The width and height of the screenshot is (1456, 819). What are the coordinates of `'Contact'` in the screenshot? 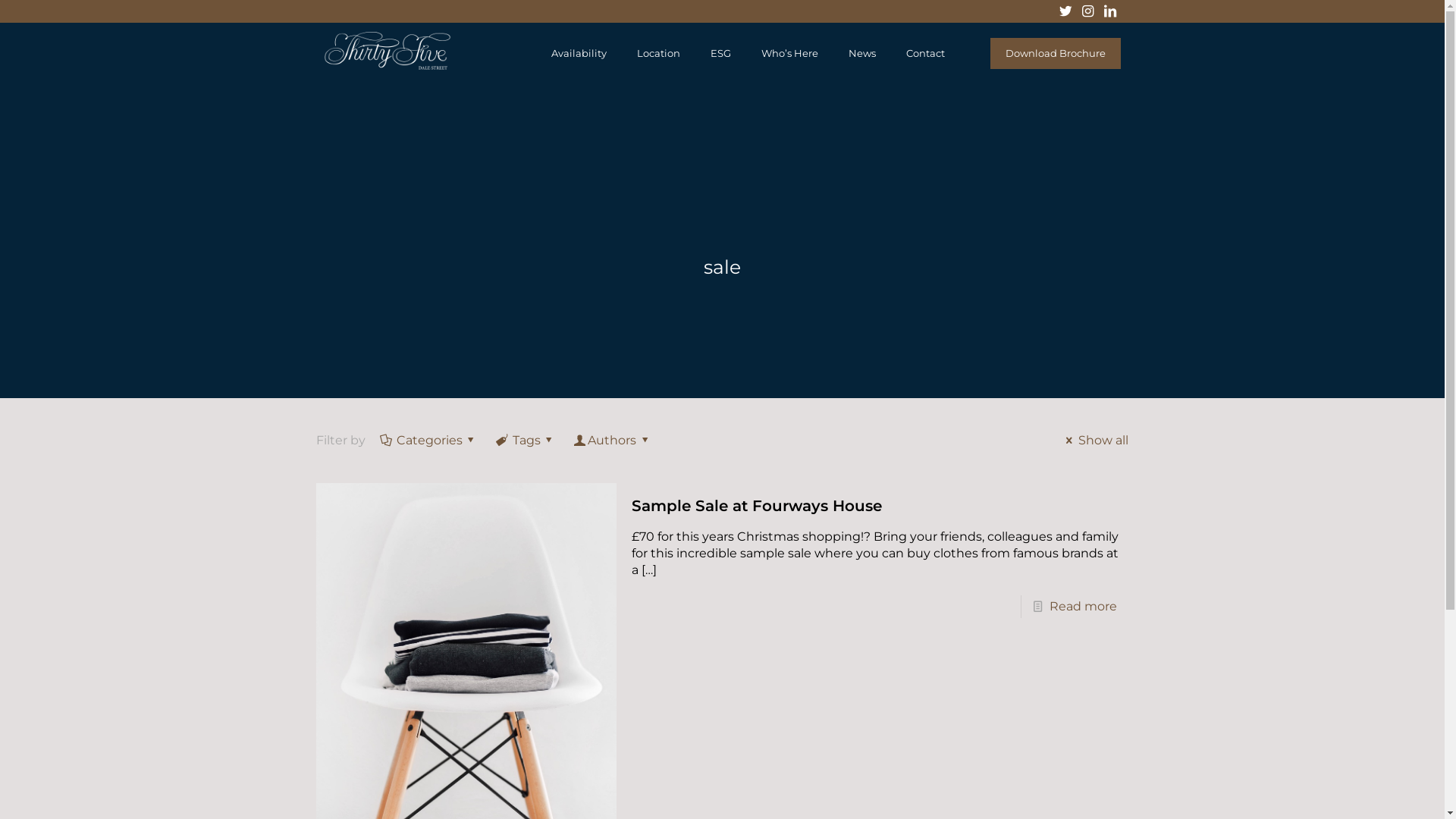 It's located at (924, 52).